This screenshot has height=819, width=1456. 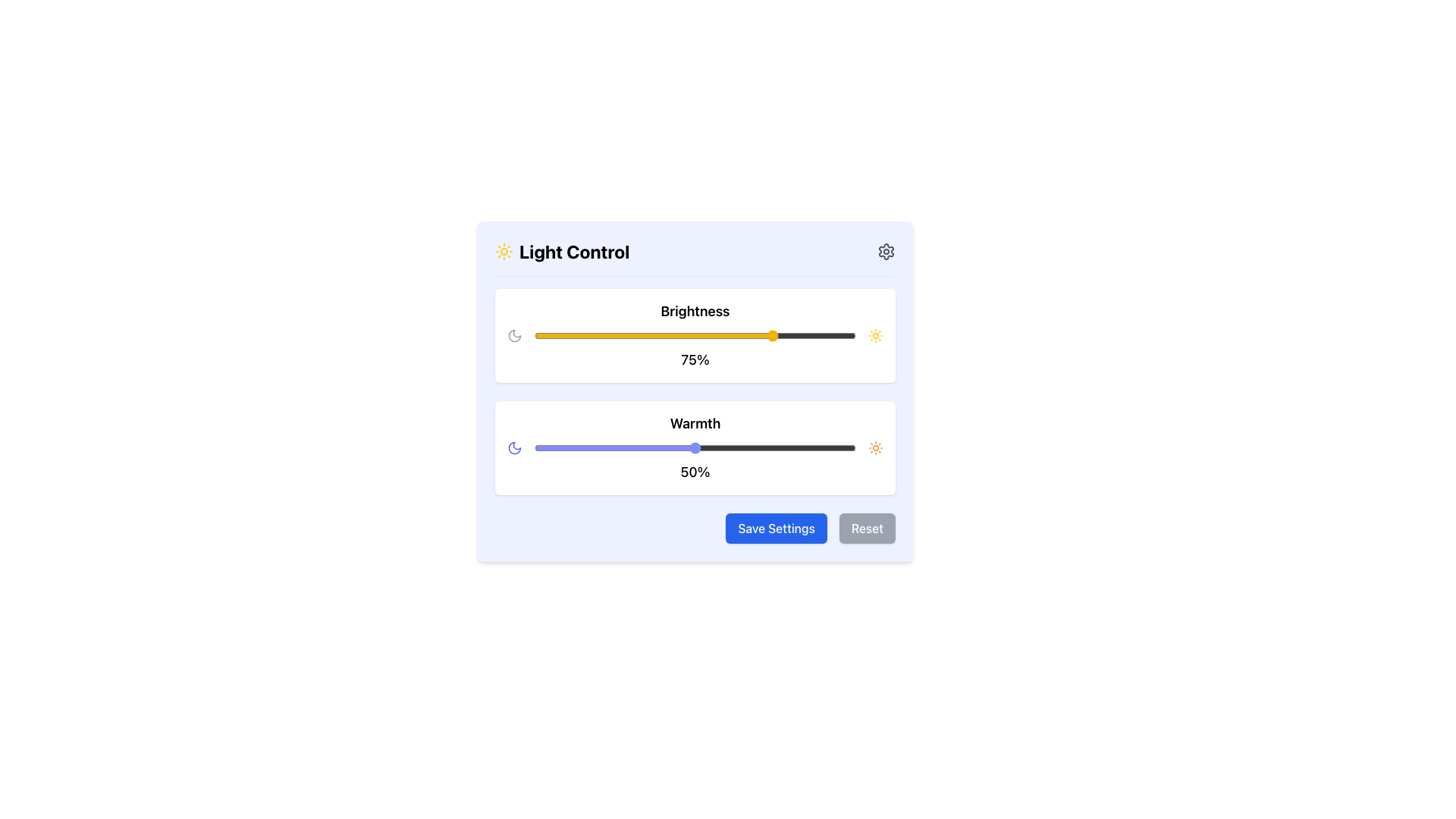 I want to click on brightness, so click(x=797, y=335).